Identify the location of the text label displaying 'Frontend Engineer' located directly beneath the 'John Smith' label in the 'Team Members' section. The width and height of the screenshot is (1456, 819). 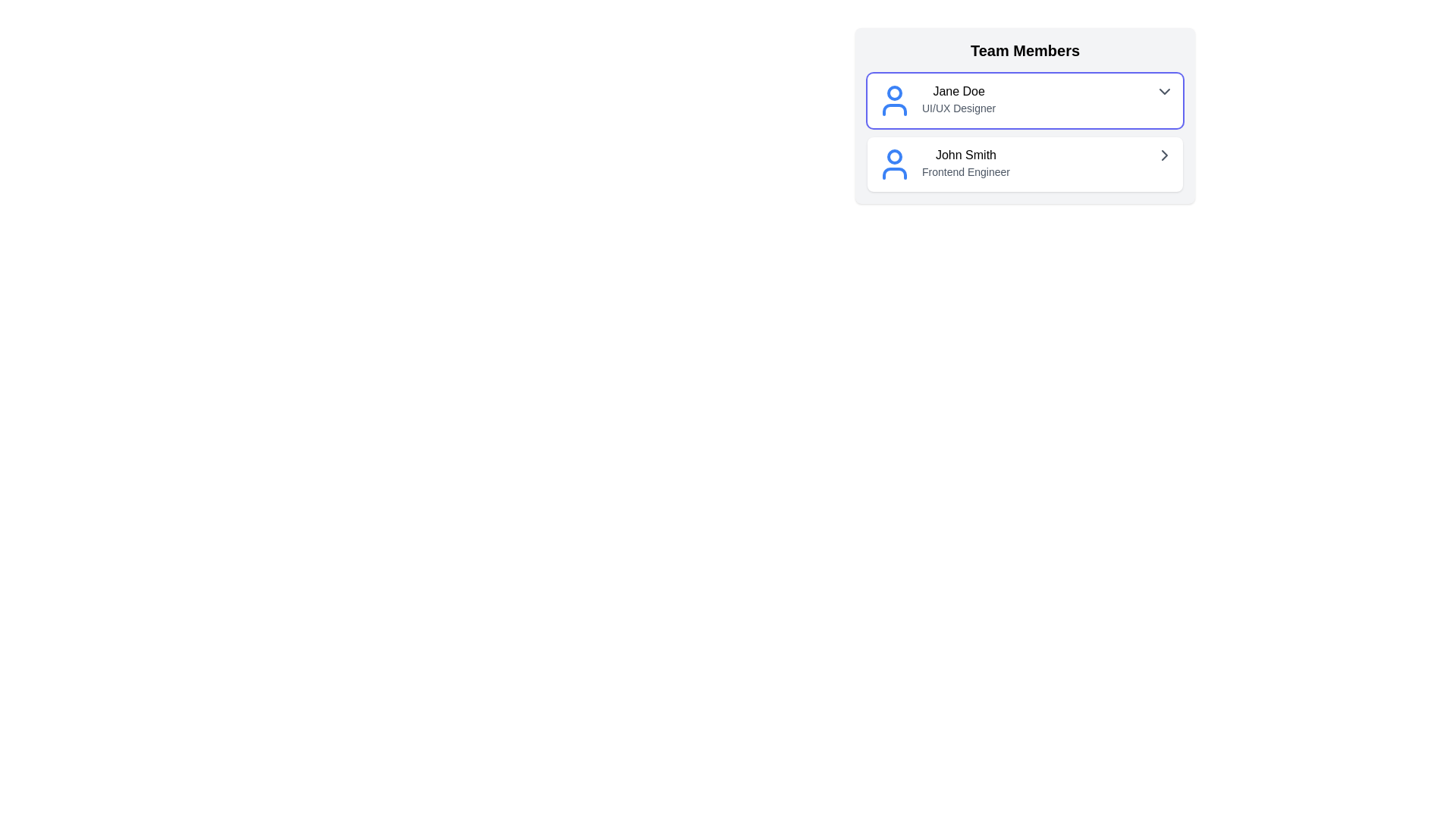
(965, 171).